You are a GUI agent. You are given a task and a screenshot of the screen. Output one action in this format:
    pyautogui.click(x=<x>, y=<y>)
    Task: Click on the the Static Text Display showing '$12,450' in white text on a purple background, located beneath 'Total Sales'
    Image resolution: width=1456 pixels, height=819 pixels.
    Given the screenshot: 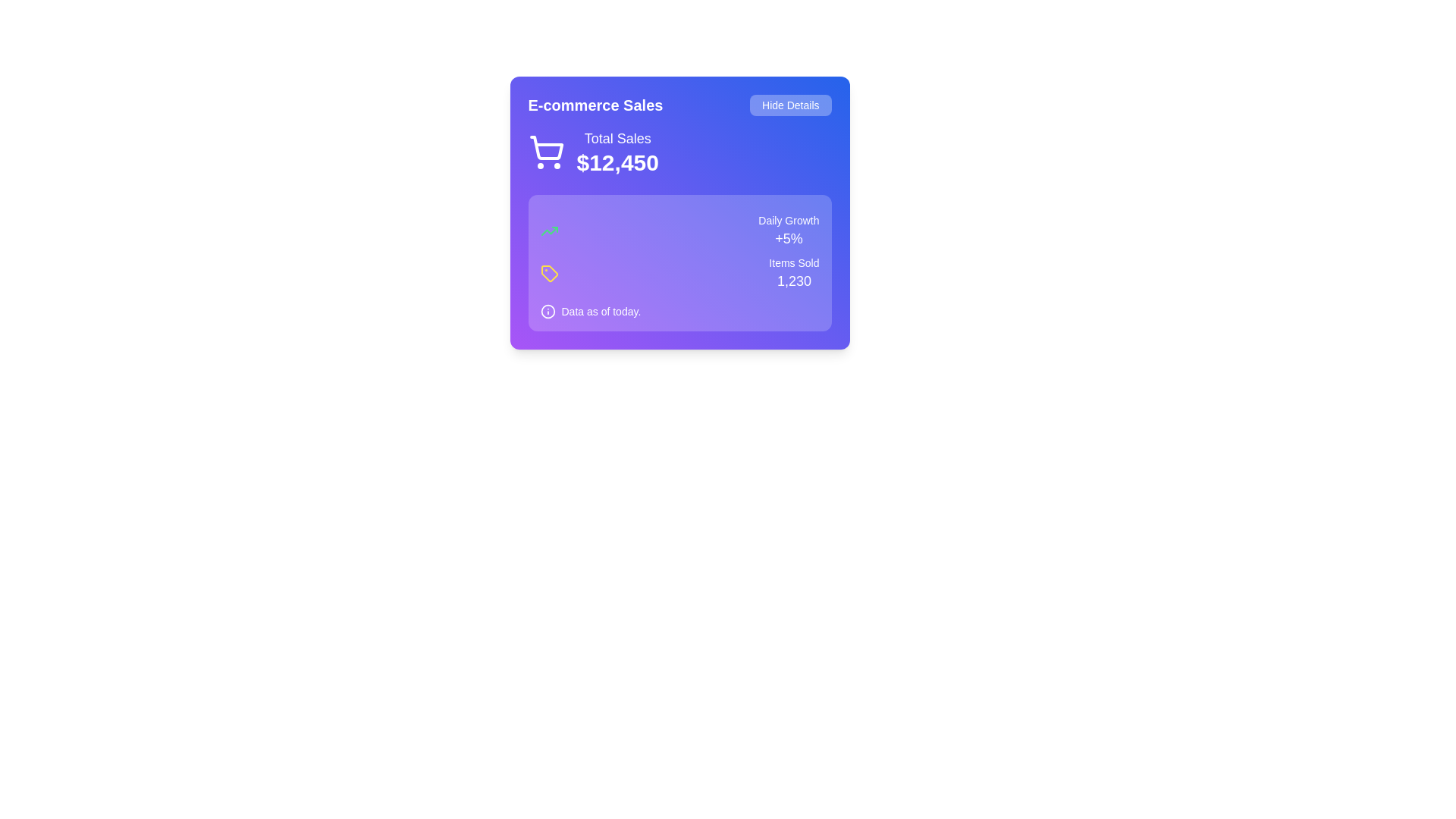 What is the action you would take?
    pyautogui.click(x=617, y=163)
    